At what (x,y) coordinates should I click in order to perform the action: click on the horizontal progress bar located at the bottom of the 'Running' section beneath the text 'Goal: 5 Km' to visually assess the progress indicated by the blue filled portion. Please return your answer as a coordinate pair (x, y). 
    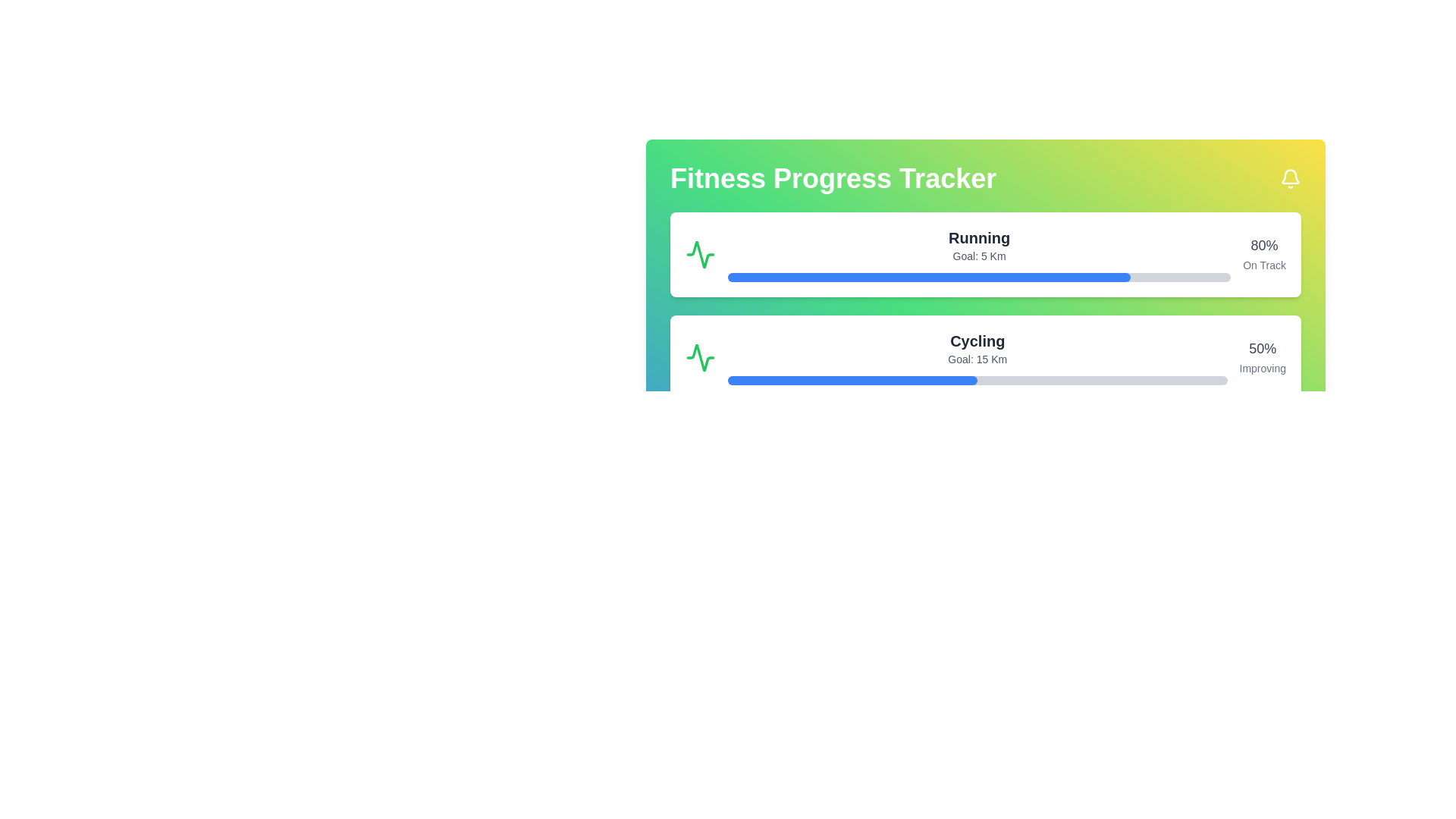
    Looking at the image, I should click on (979, 278).